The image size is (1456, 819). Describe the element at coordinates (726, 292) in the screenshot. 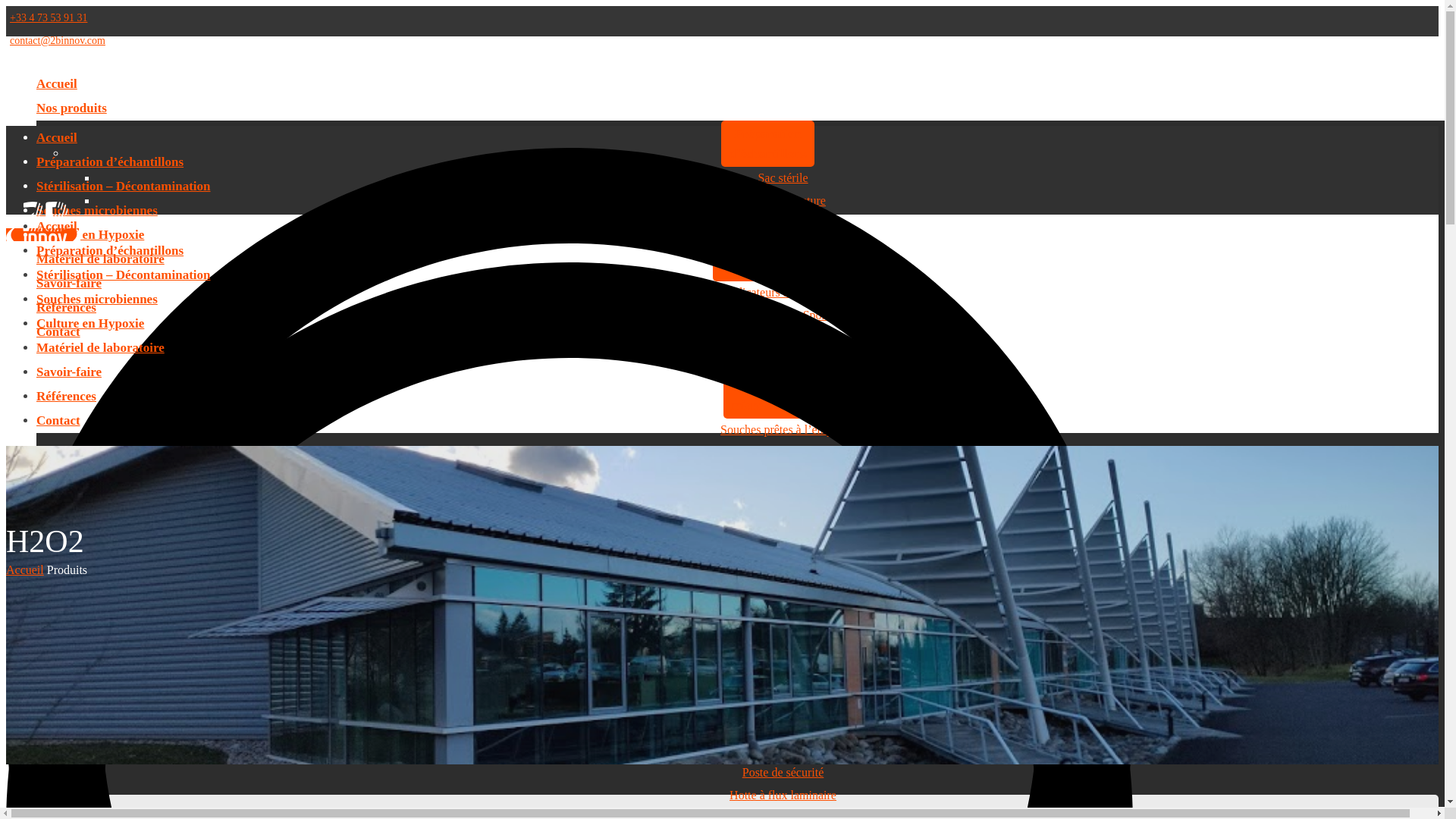

I see `'Indicateurs biologiques'` at that location.